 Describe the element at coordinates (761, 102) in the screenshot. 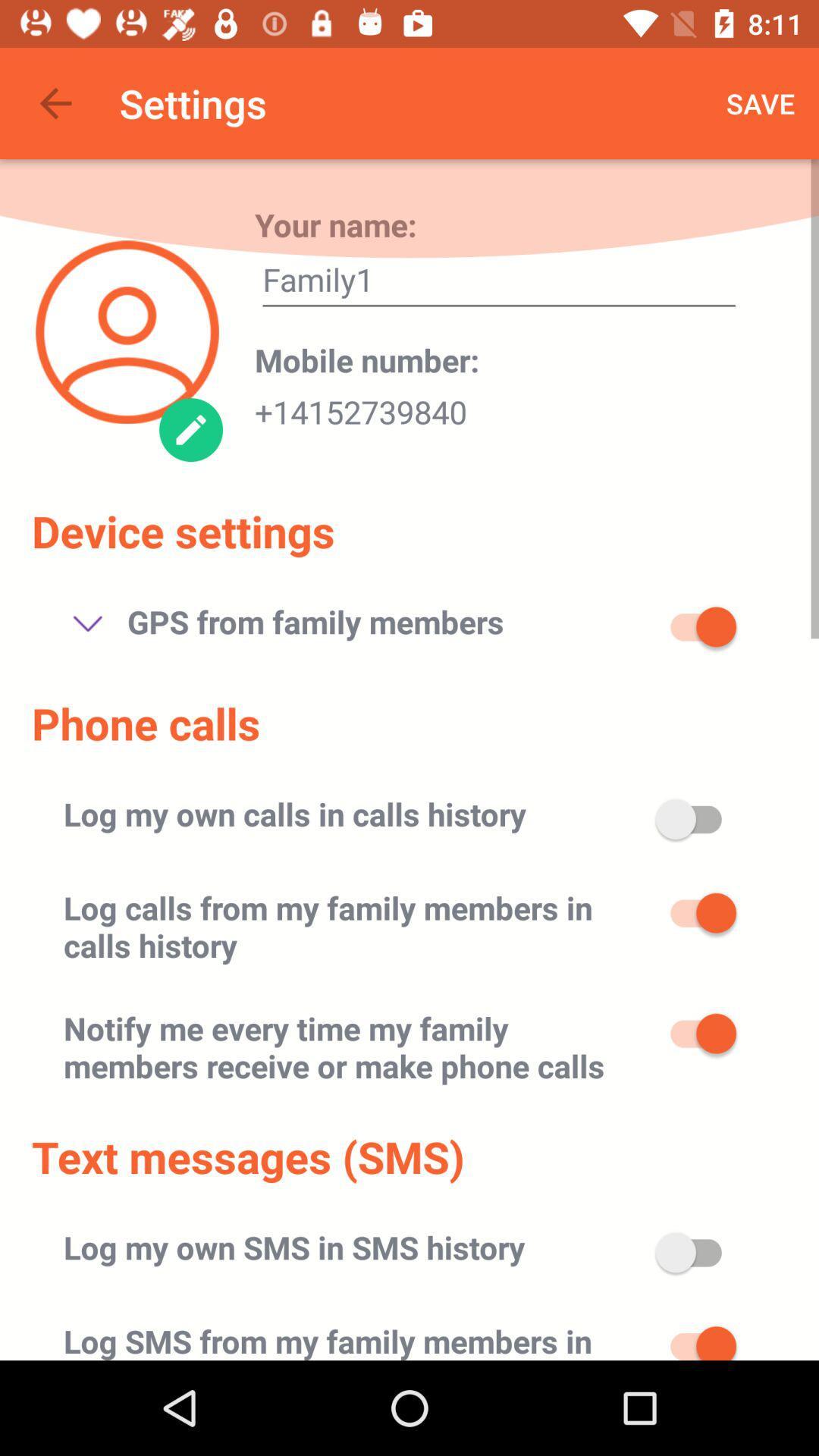

I see `the icon at the top right corner` at that location.